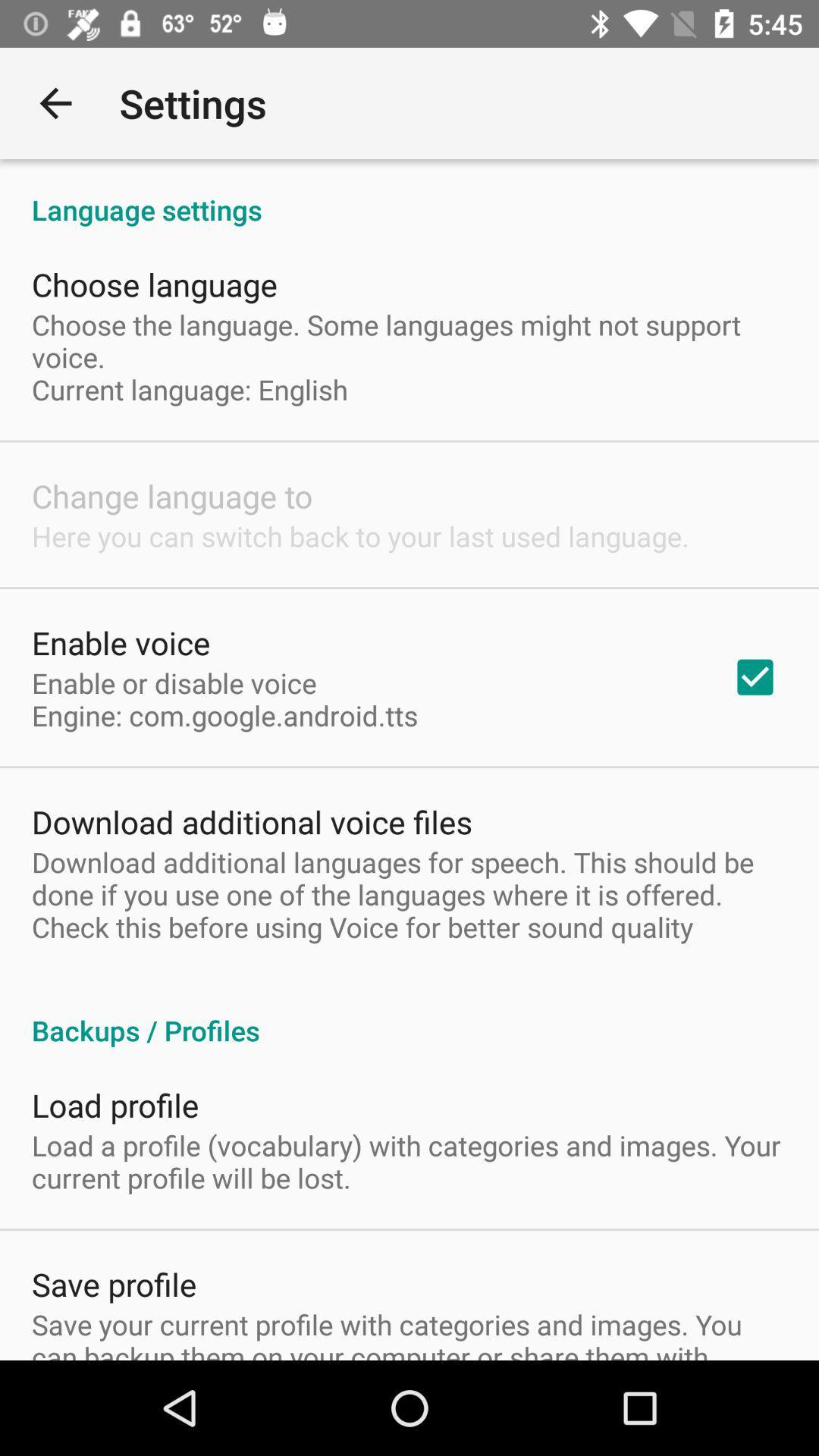  Describe the element at coordinates (55, 102) in the screenshot. I see `app next to settings item` at that location.